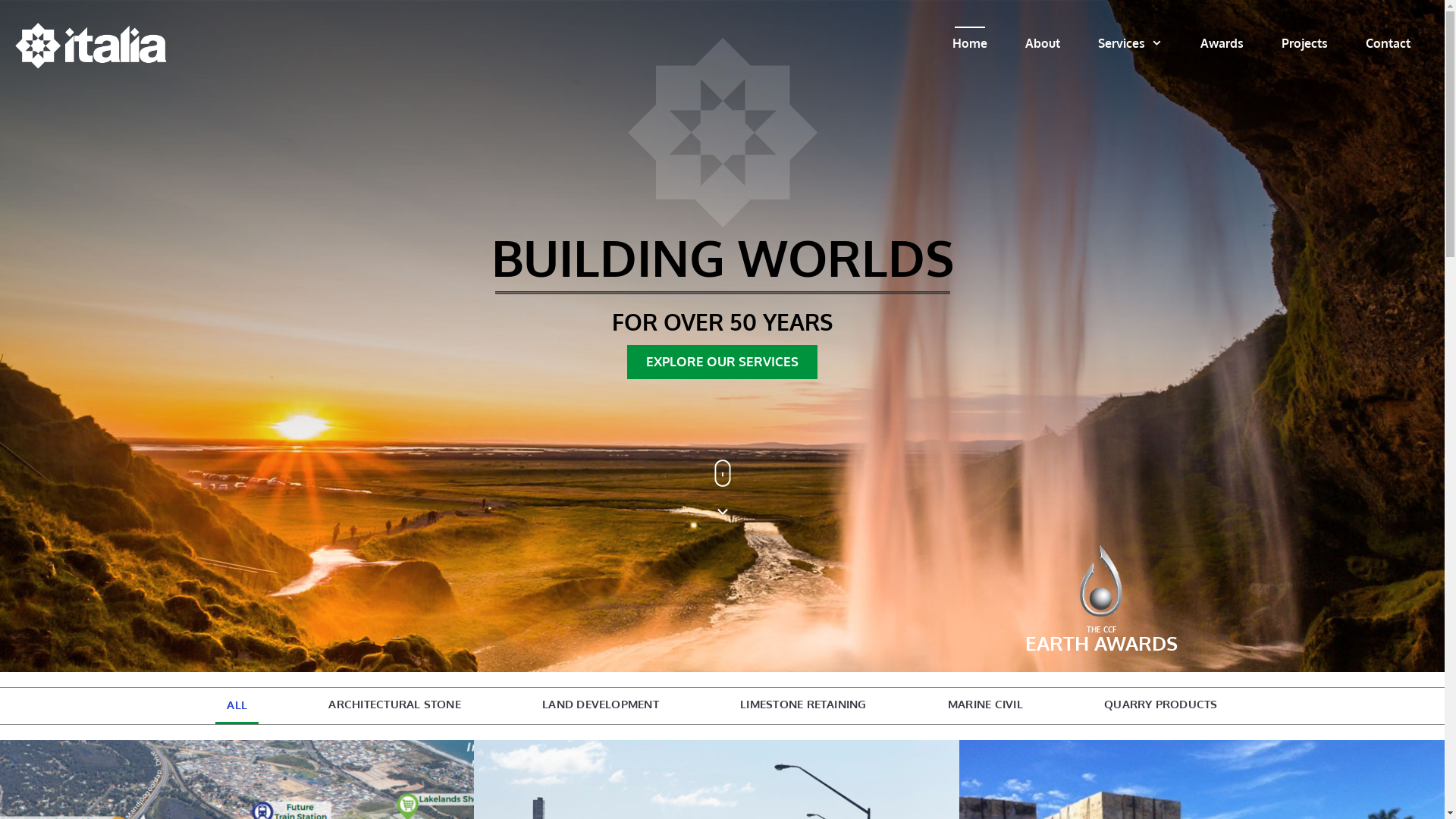 Image resolution: width=1456 pixels, height=819 pixels. Describe the element at coordinates (1388, 42) in the screenshot. I see `'Contact'` at that location.